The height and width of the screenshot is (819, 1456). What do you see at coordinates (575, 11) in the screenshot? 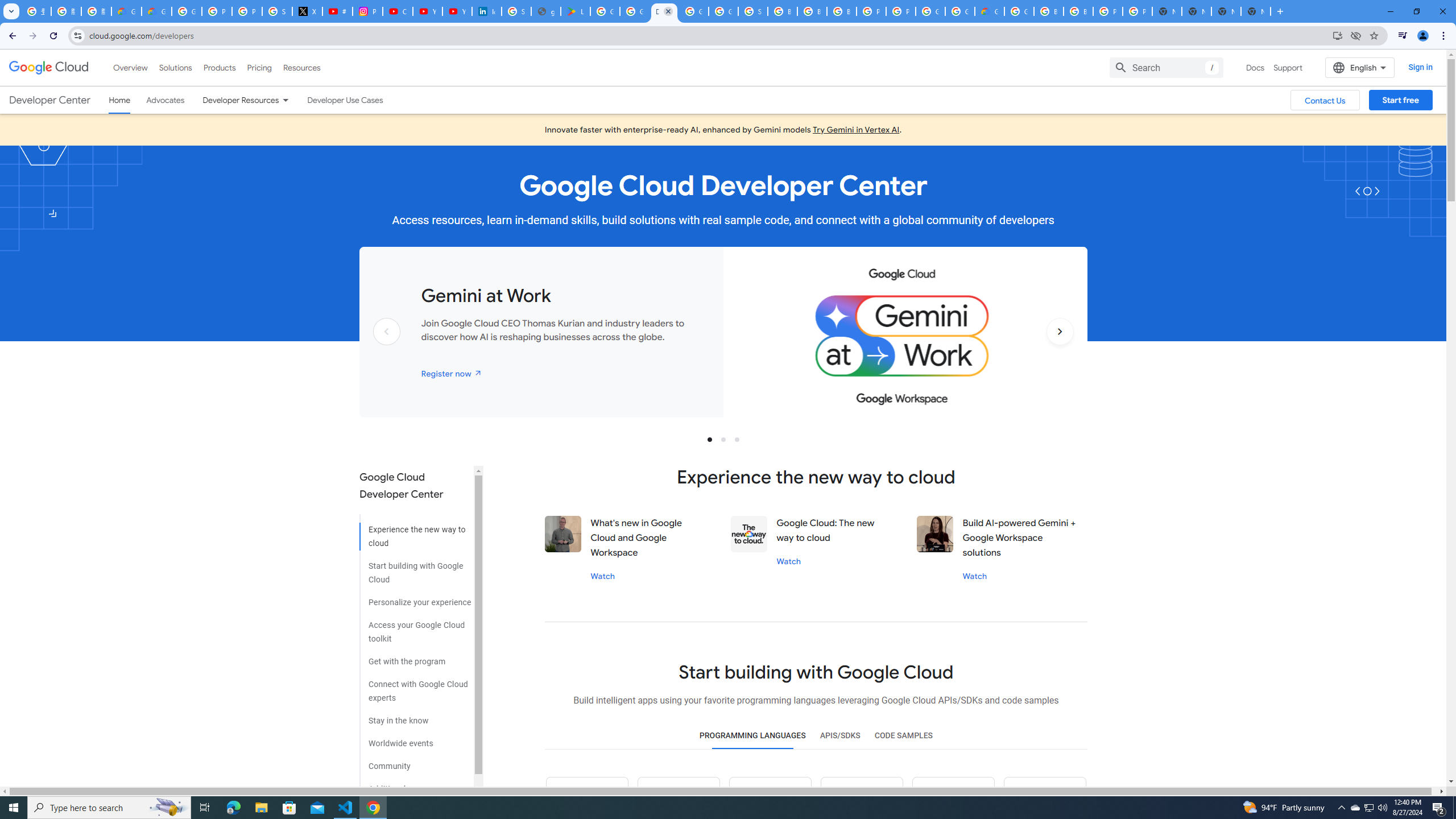
I see `'Last Shelter: Survival - Apps on Google Play'` at bounding box center [575, 11].